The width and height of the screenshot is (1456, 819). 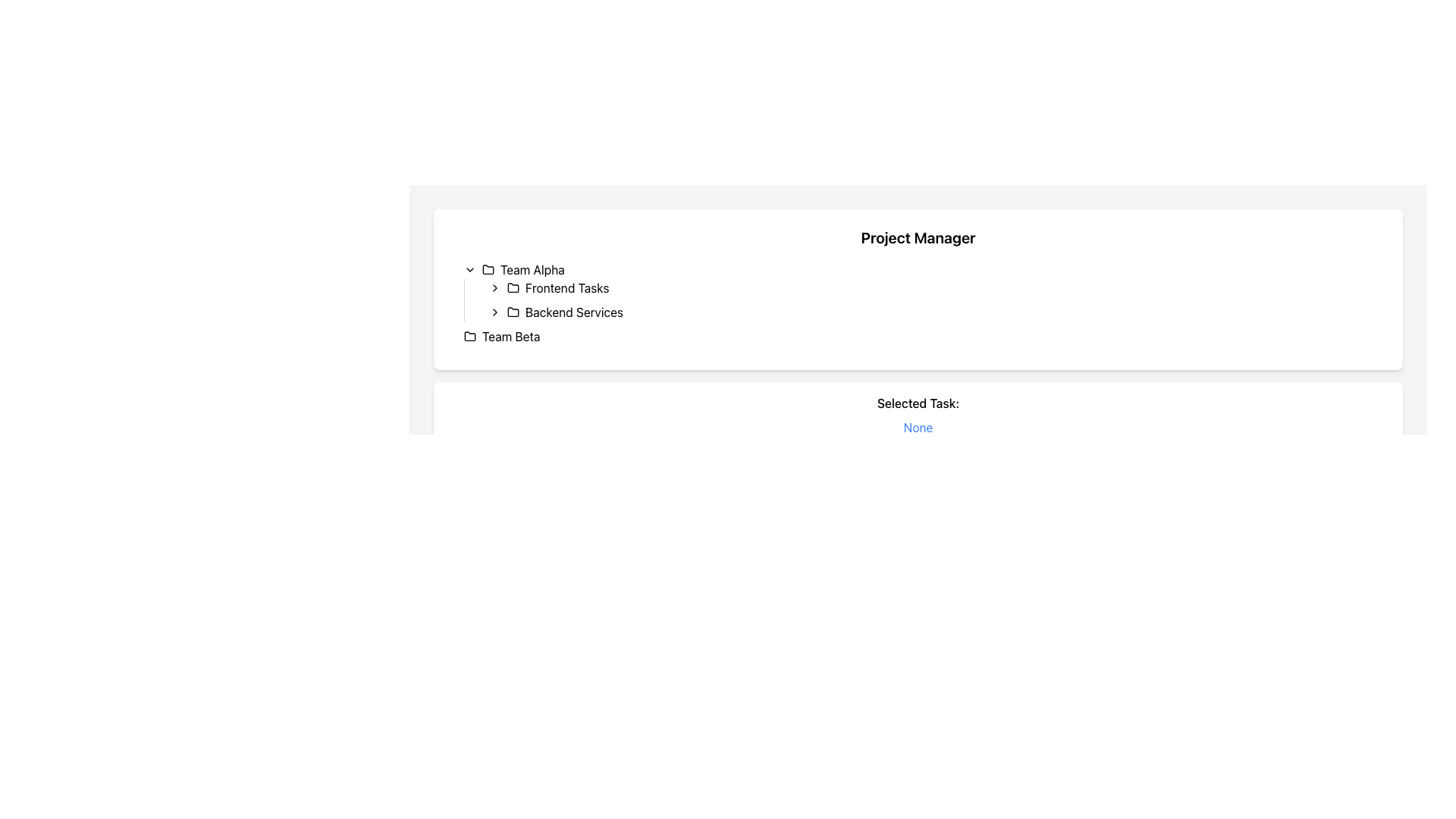 What do you see at coordinates (488, 268) in the screenshot?
I see `the folder icon located to the right of the text 'Team Alpha' in the tree structure sidebar` at bounding box center [488, 268].